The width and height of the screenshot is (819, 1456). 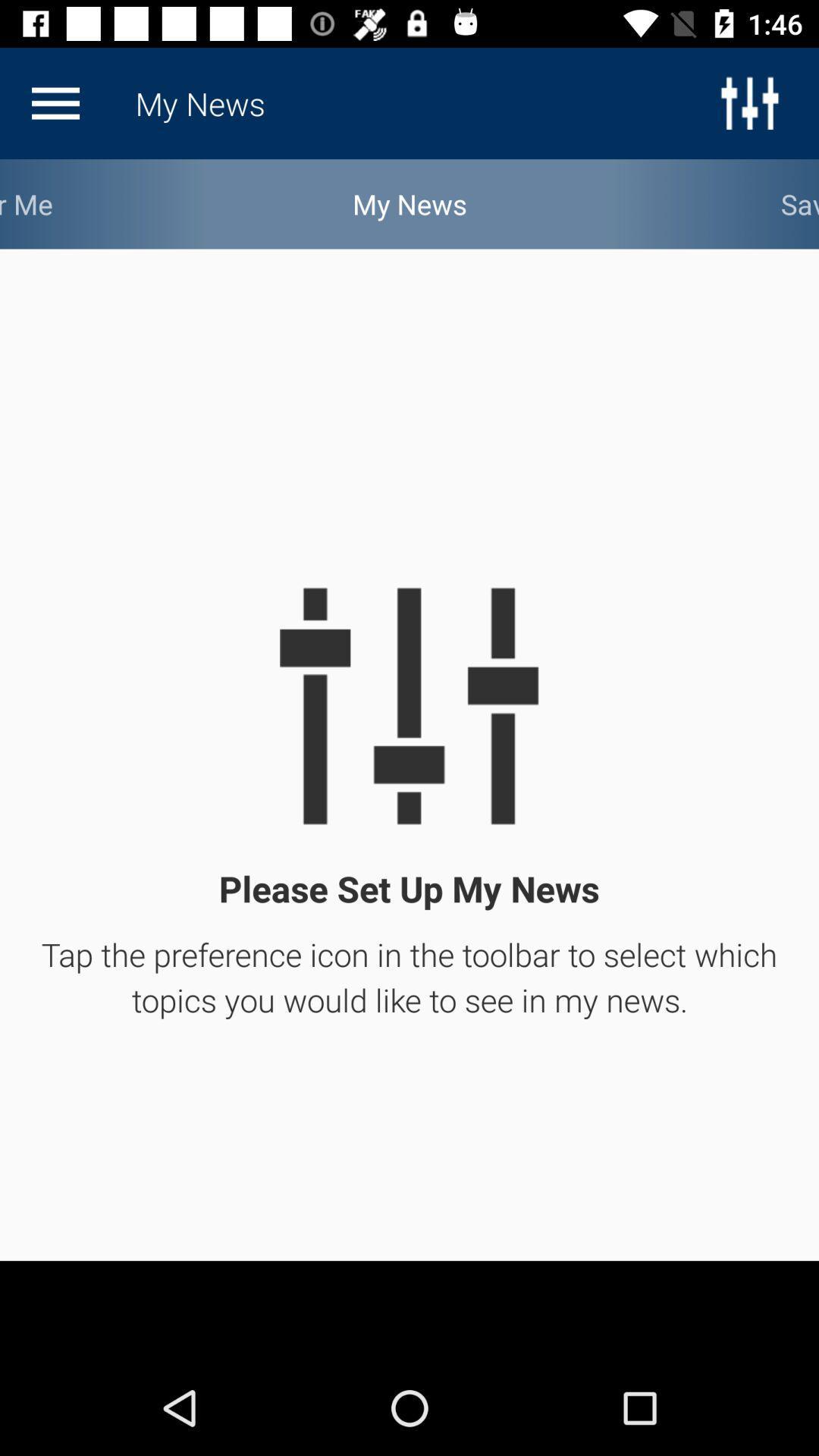 What do you see at coordinates (55, 102) in the screenshot?
I see `settings` at bounding box center [55, 102].